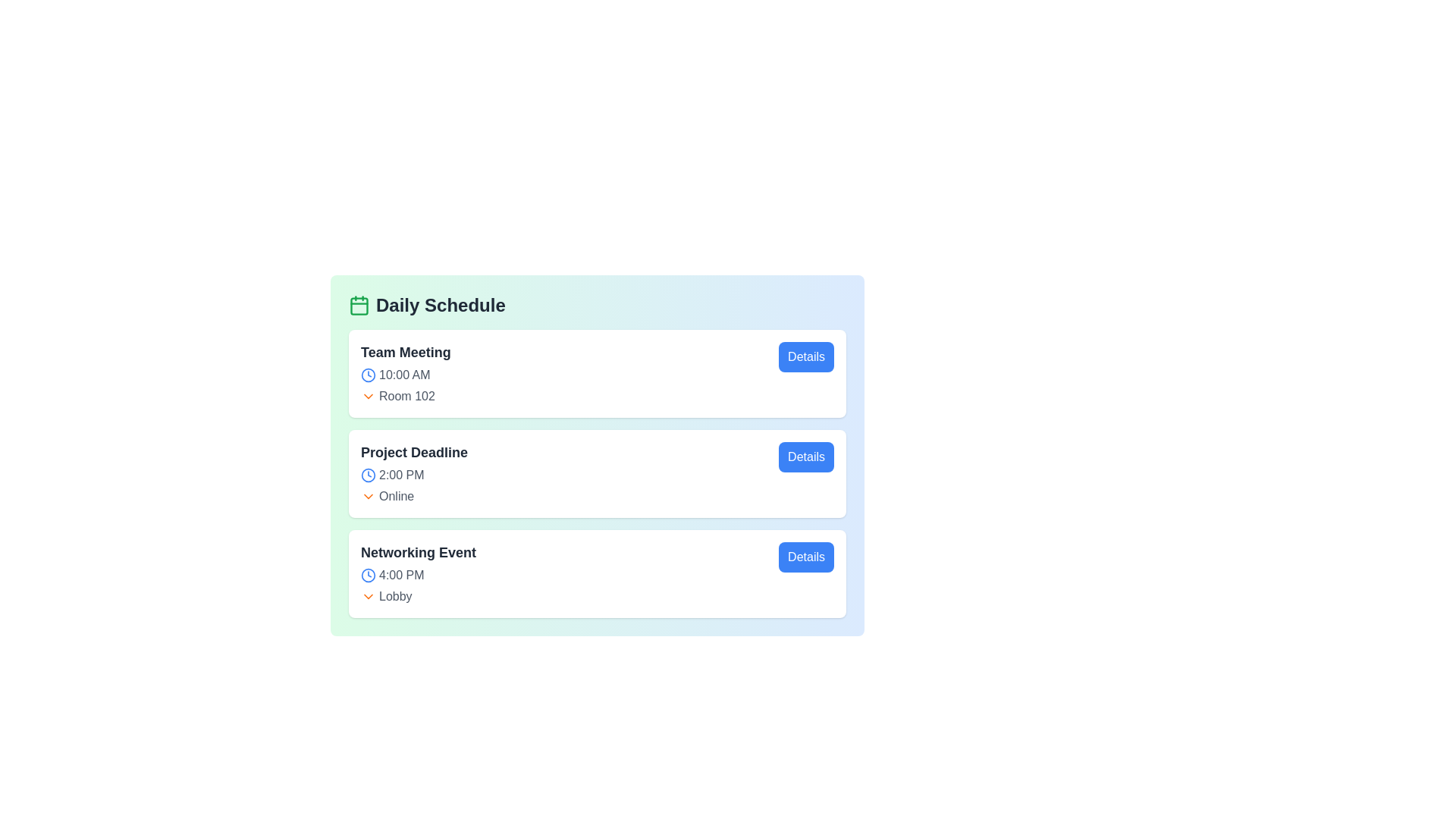 The width and height of the screenshot is (1456, 819). Describe the element at coordinates (414, 475) in the screenshot. I see `the Text Label displaying '2:00 PM' with a clock icon in the 'Project Deadline' section` at that location.